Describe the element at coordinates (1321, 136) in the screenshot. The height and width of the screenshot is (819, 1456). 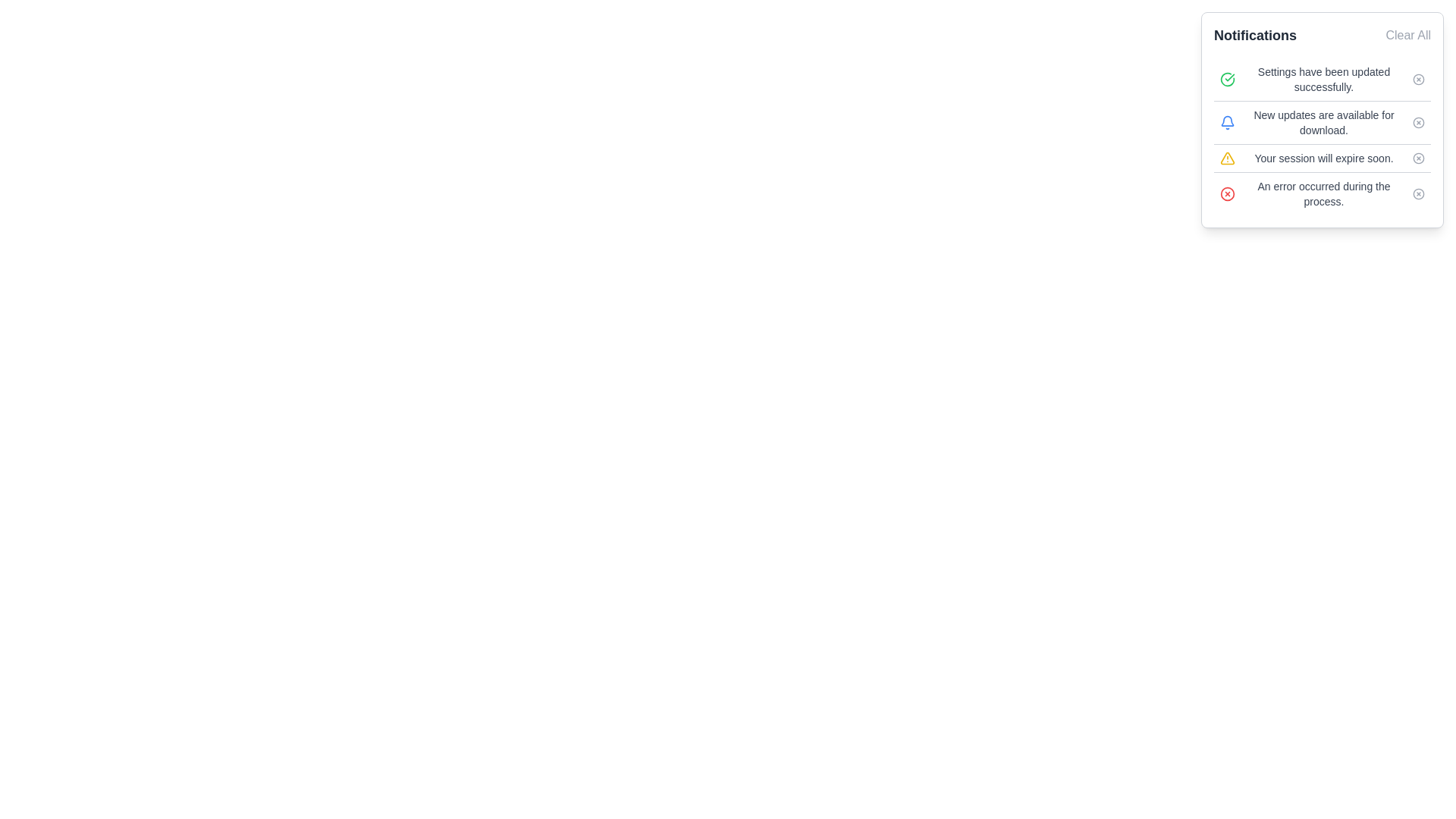
I see `the icon associated with the second notification entry in the notification list, which is styled with borders and contains an icon, text, and a supplementary icon` at that location.